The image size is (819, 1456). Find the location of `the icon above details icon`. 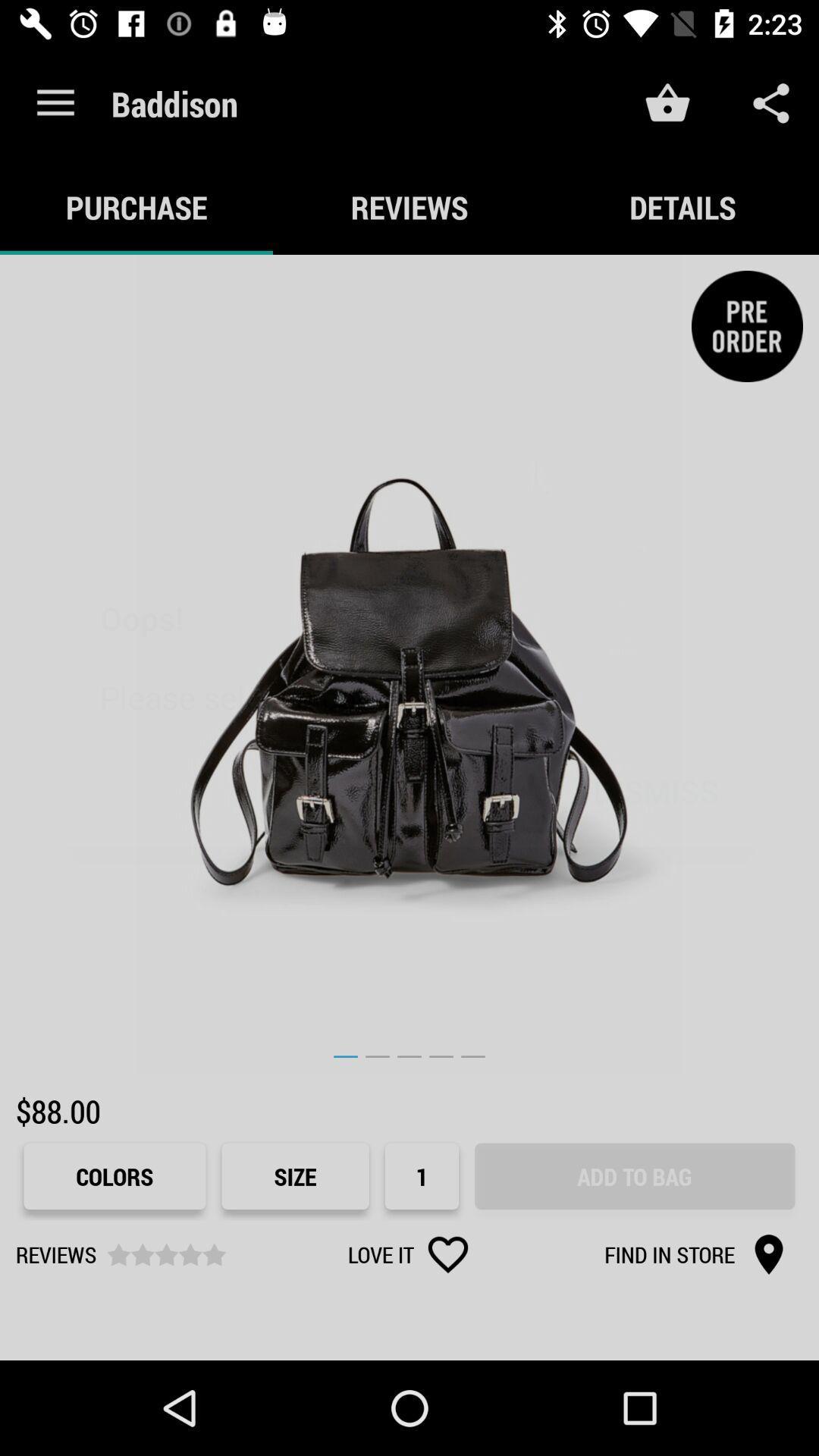

the icon above details icon is located at coordinates (771, 102).